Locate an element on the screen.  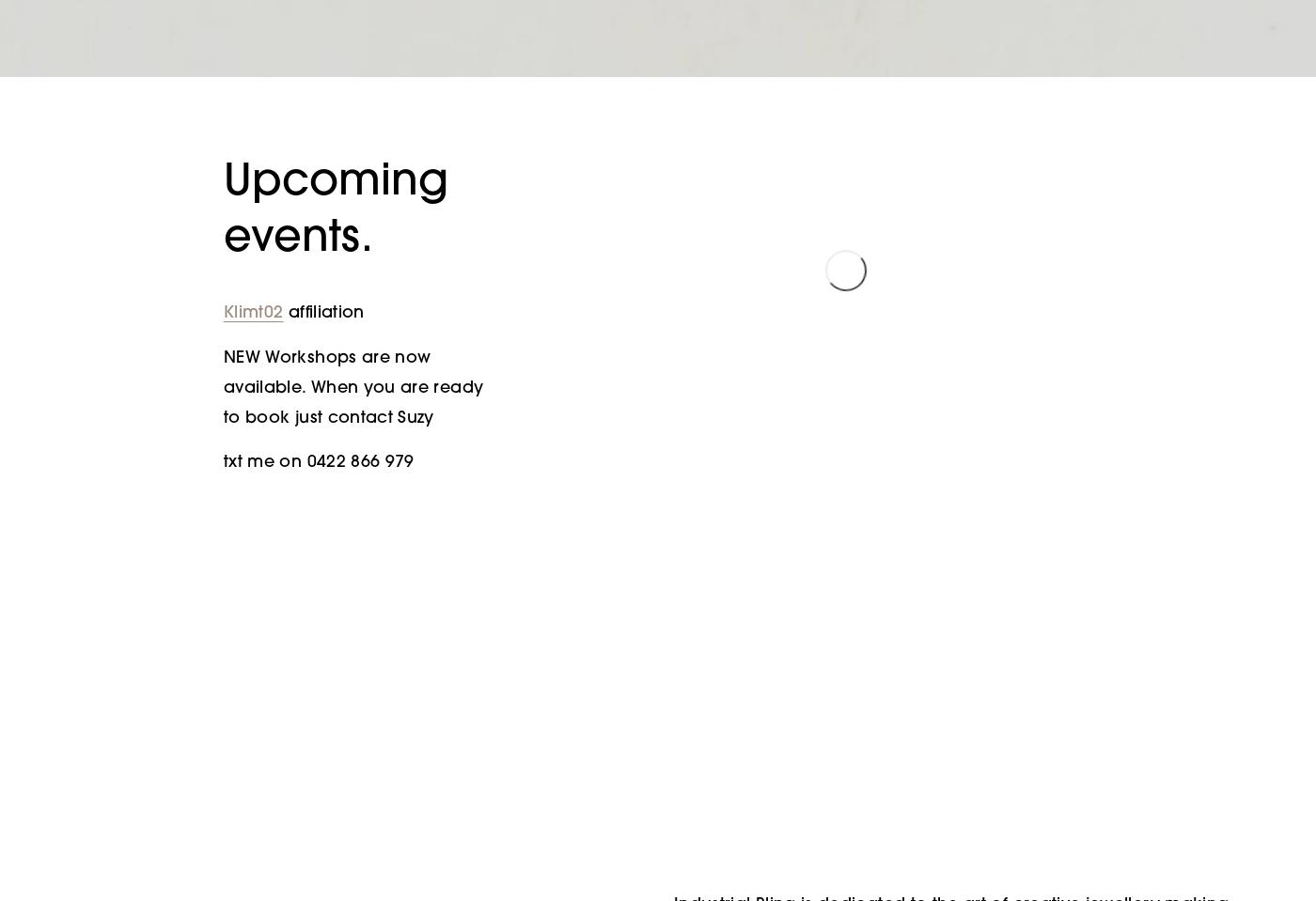
'4' is located at coordinates (1051, 283).